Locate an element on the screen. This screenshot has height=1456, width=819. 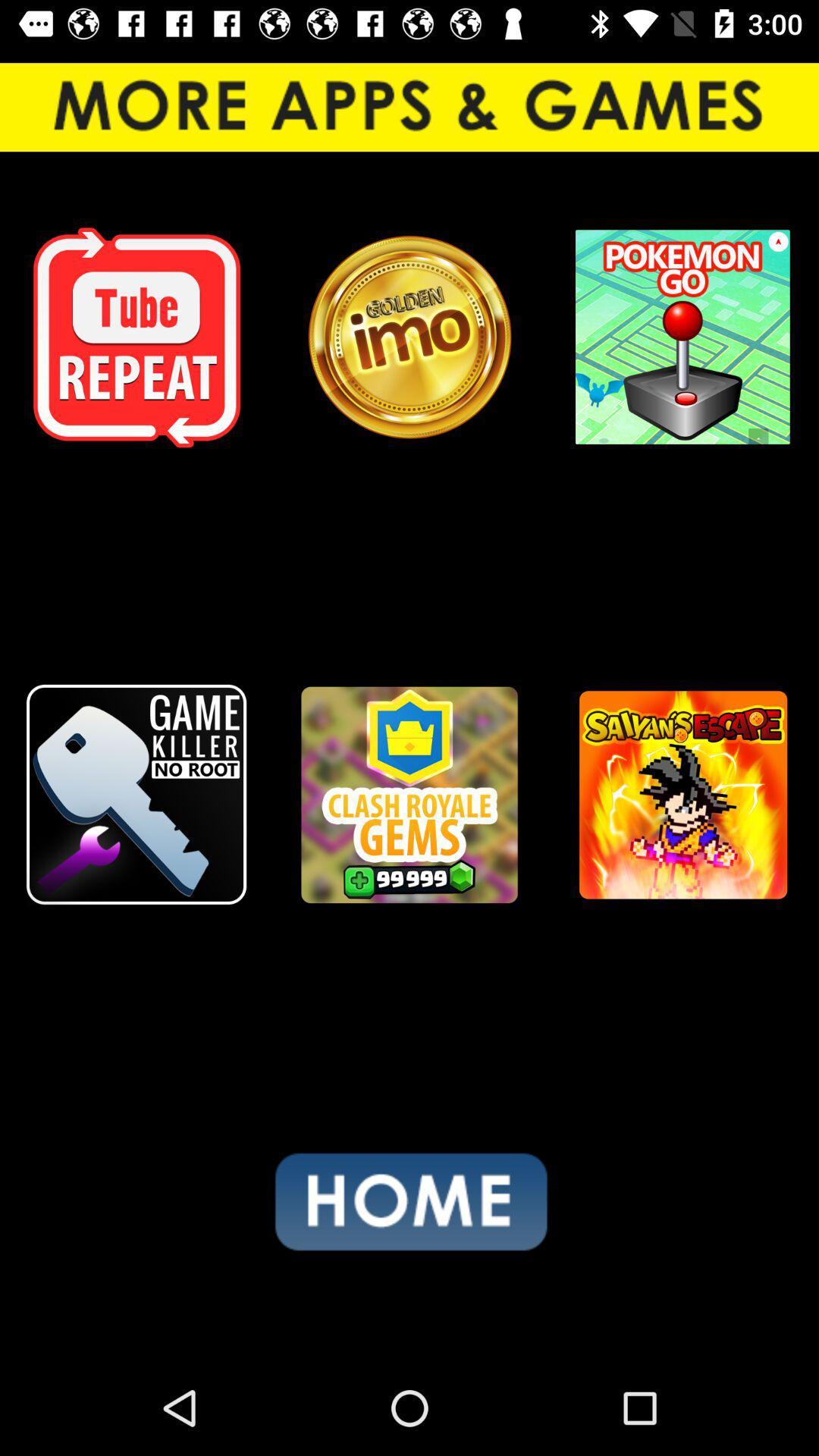
download tuberepeat app is located at coordinates (136, 337).